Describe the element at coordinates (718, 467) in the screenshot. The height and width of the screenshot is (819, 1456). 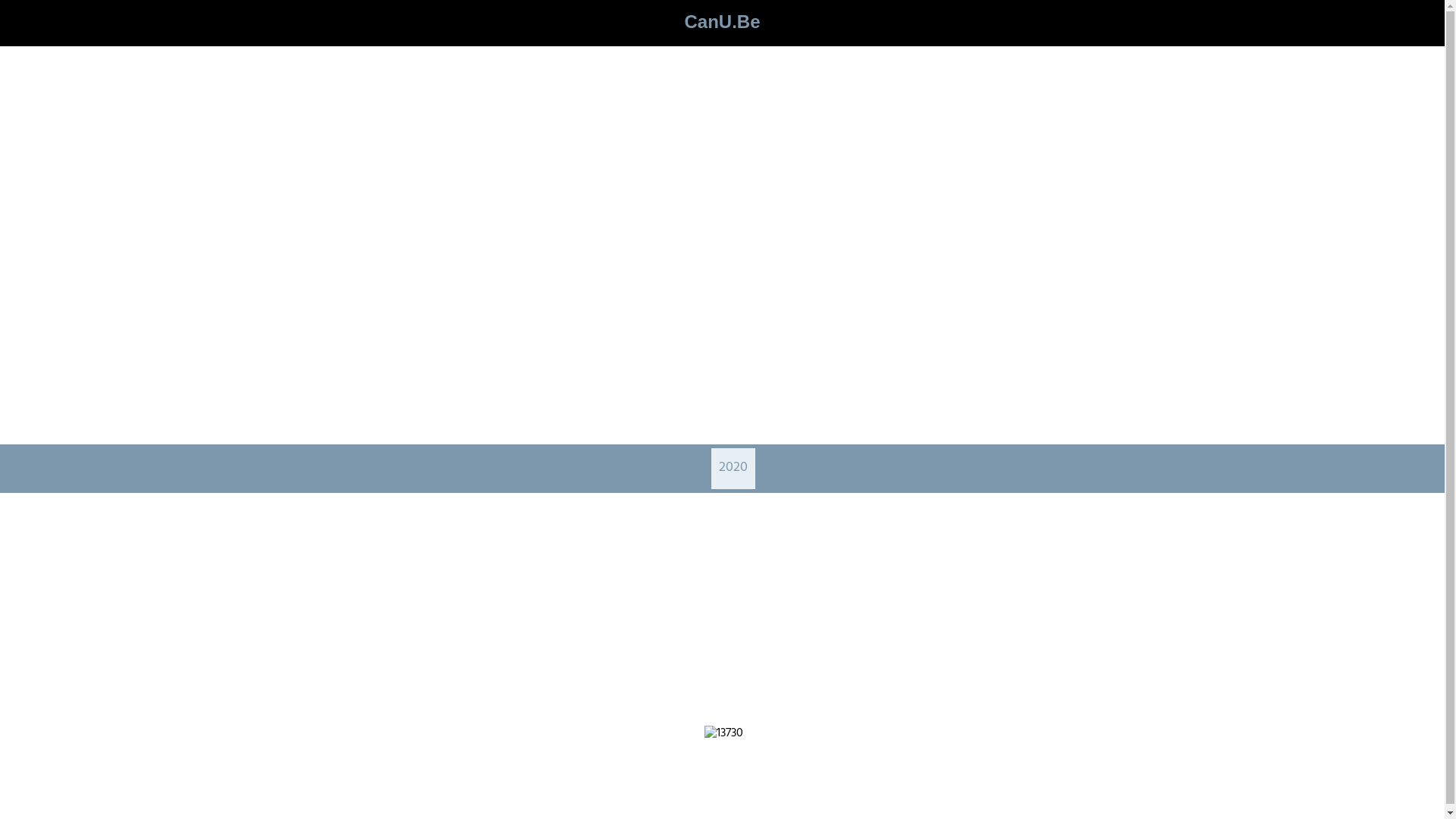
I see `'2020'` at that location.